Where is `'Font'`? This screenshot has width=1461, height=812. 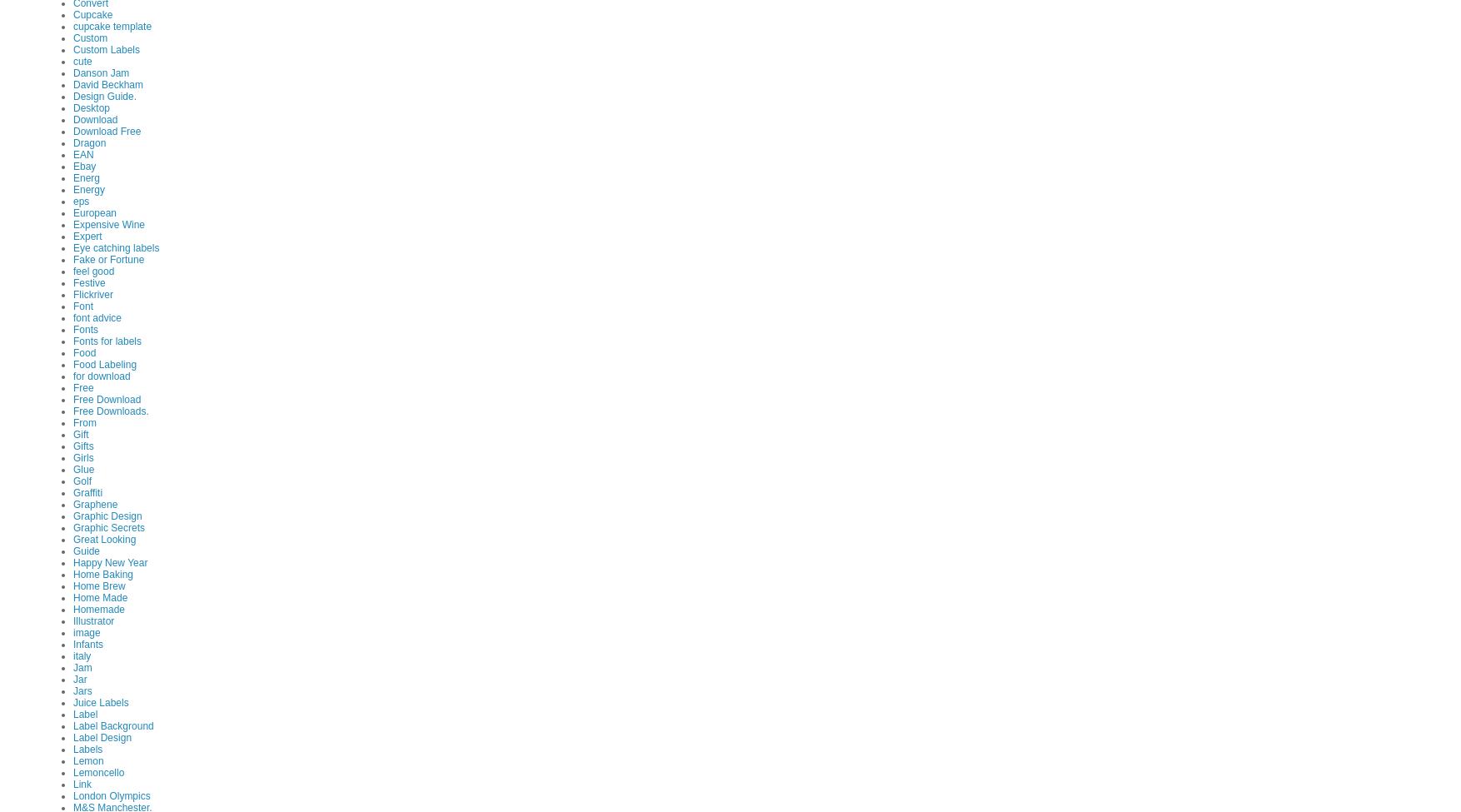
'Font' is located at coordinates (82, 304).